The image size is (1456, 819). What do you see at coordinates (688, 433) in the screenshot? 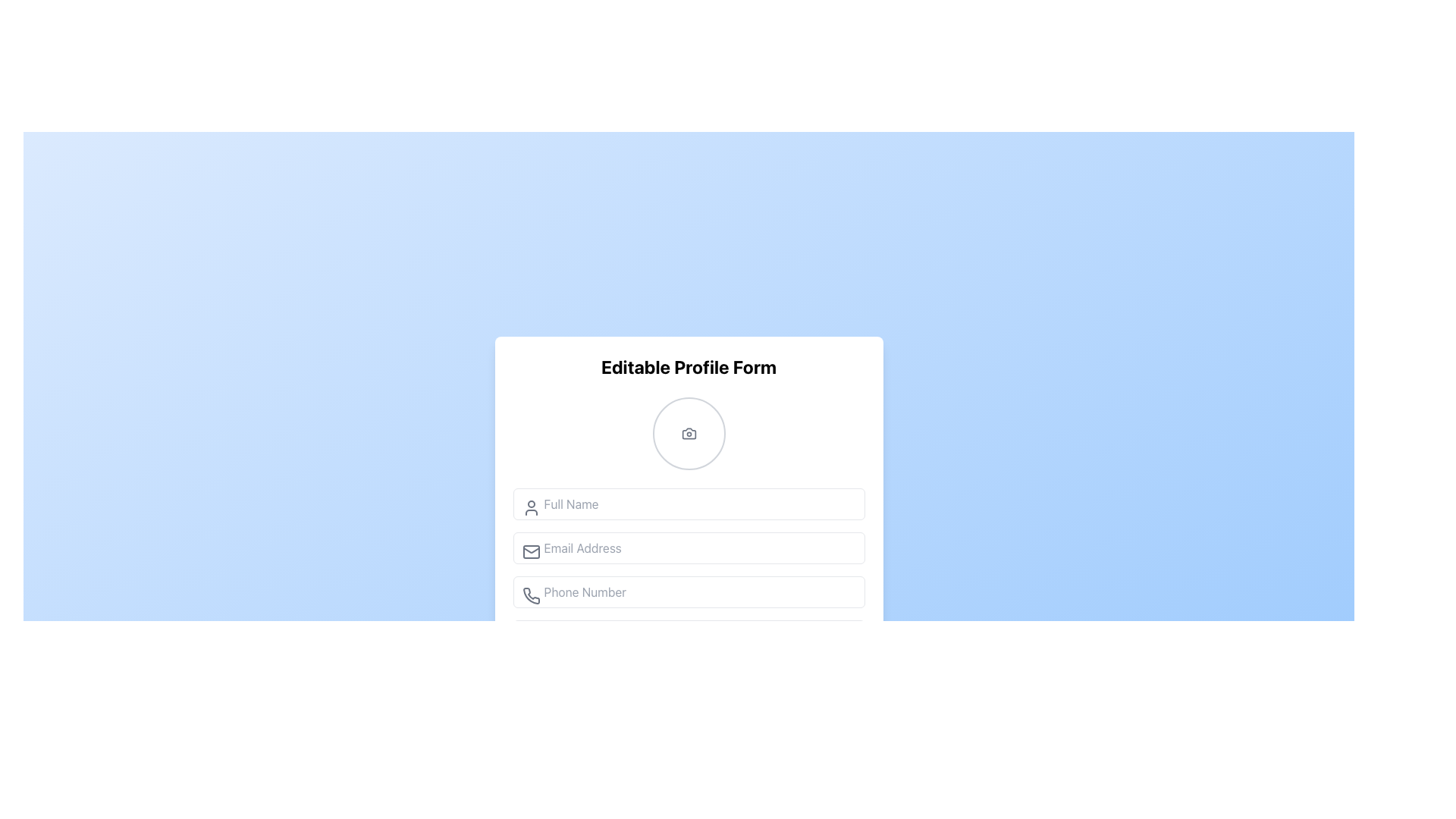
I see `the circular button with a camera icon located below the 'Editable Profile Form' title to upload an image` at bounding box center [688, 433].